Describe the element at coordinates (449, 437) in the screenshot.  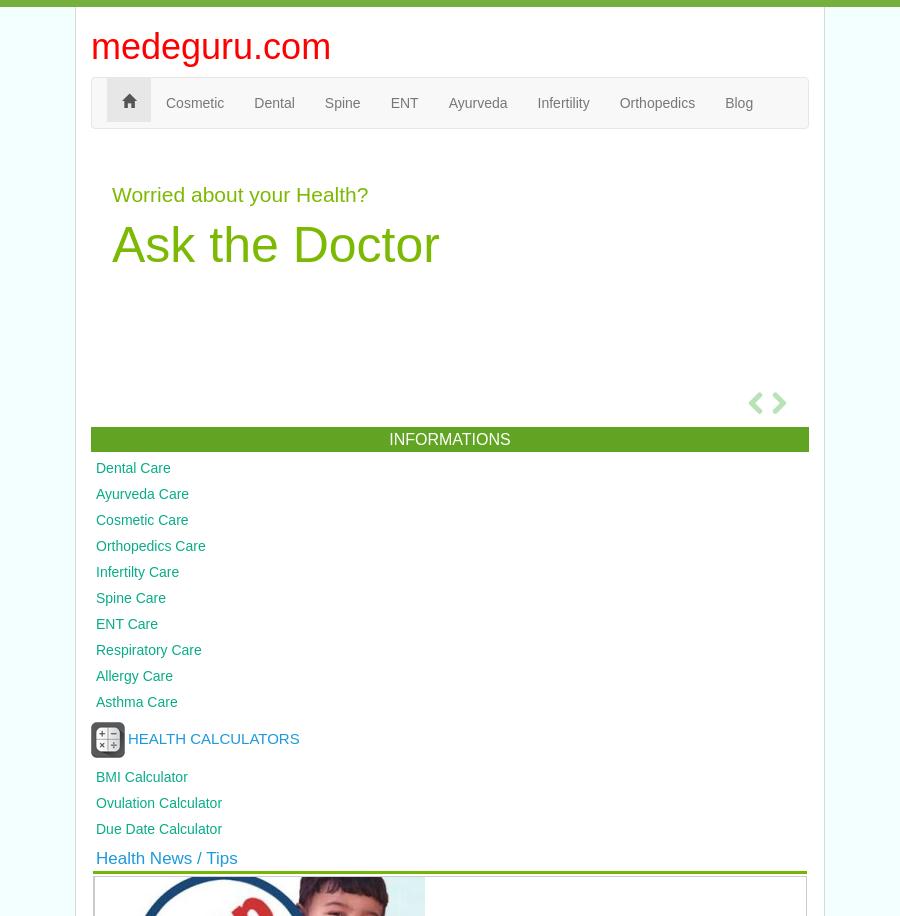
I see `'INFORMATIONS'` at that location.